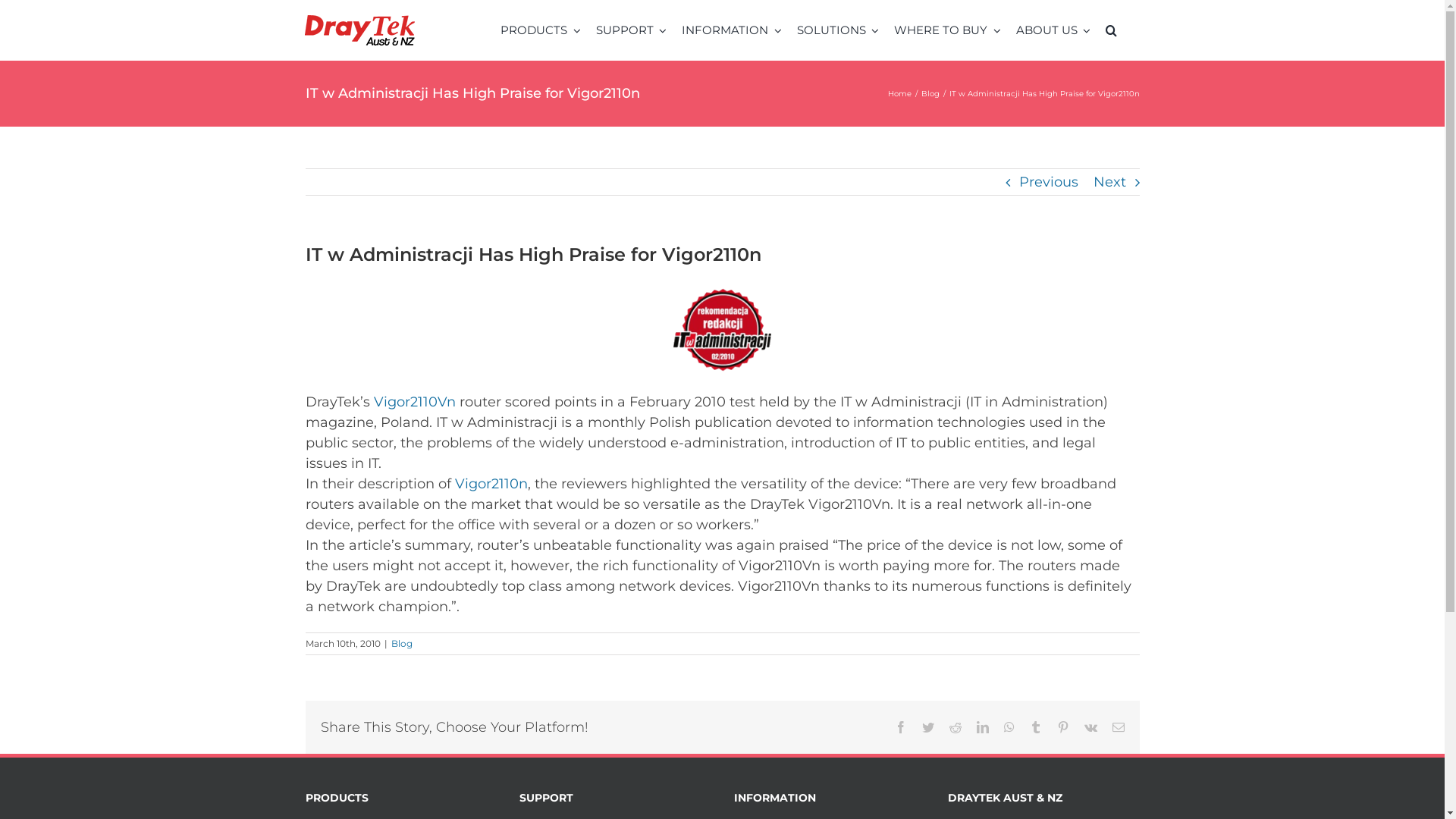 Image resolution: width=1456 pixels, height=819 pixels. What do you see at coordinates (1090, 726) in the screenshot?
I see `'Vk'` at bounding box center [1090, 726].